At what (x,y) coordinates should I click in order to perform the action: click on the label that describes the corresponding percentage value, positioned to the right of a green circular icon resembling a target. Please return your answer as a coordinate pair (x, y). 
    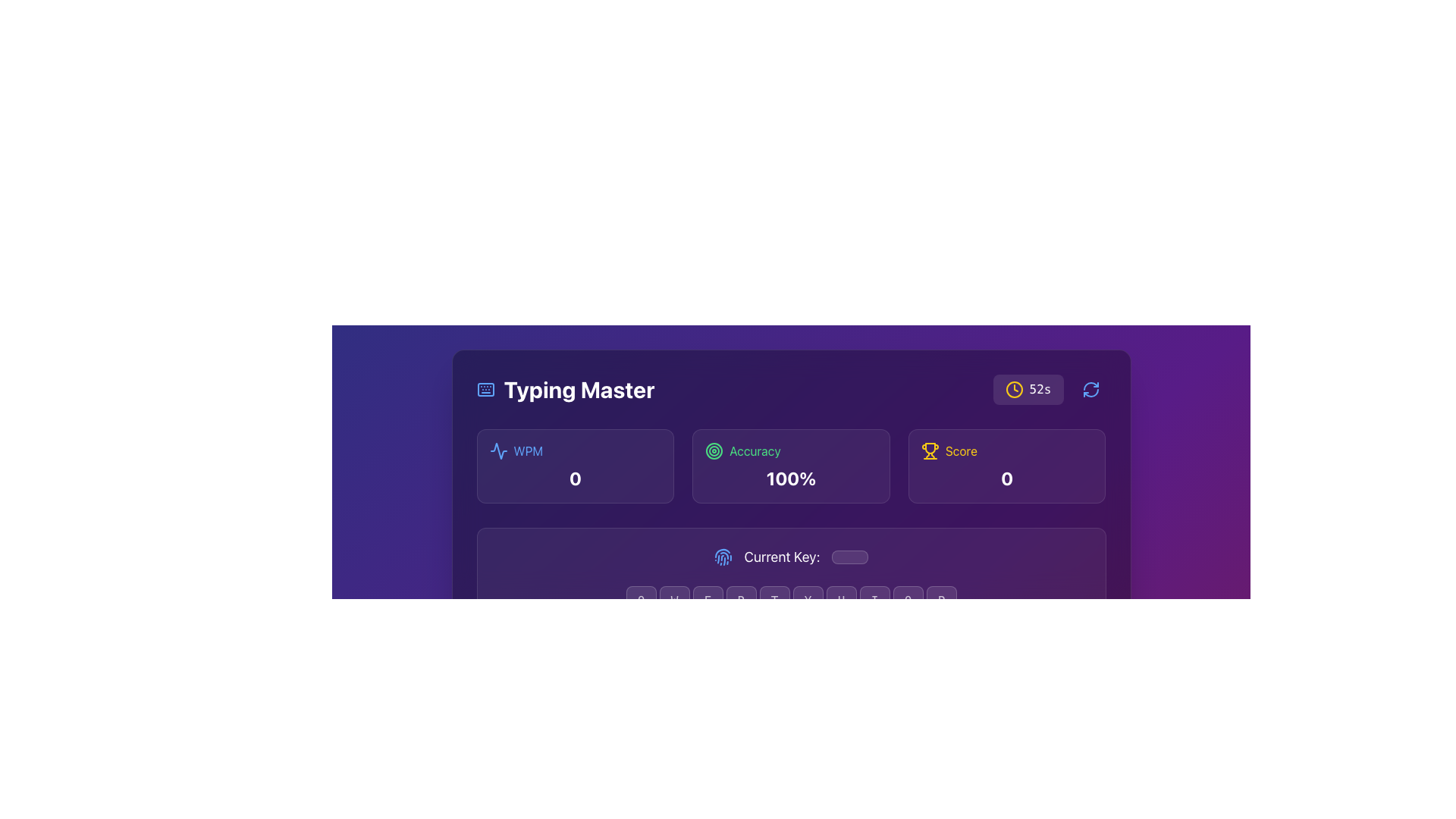
    Looking at the image, I should click on (755, 450).